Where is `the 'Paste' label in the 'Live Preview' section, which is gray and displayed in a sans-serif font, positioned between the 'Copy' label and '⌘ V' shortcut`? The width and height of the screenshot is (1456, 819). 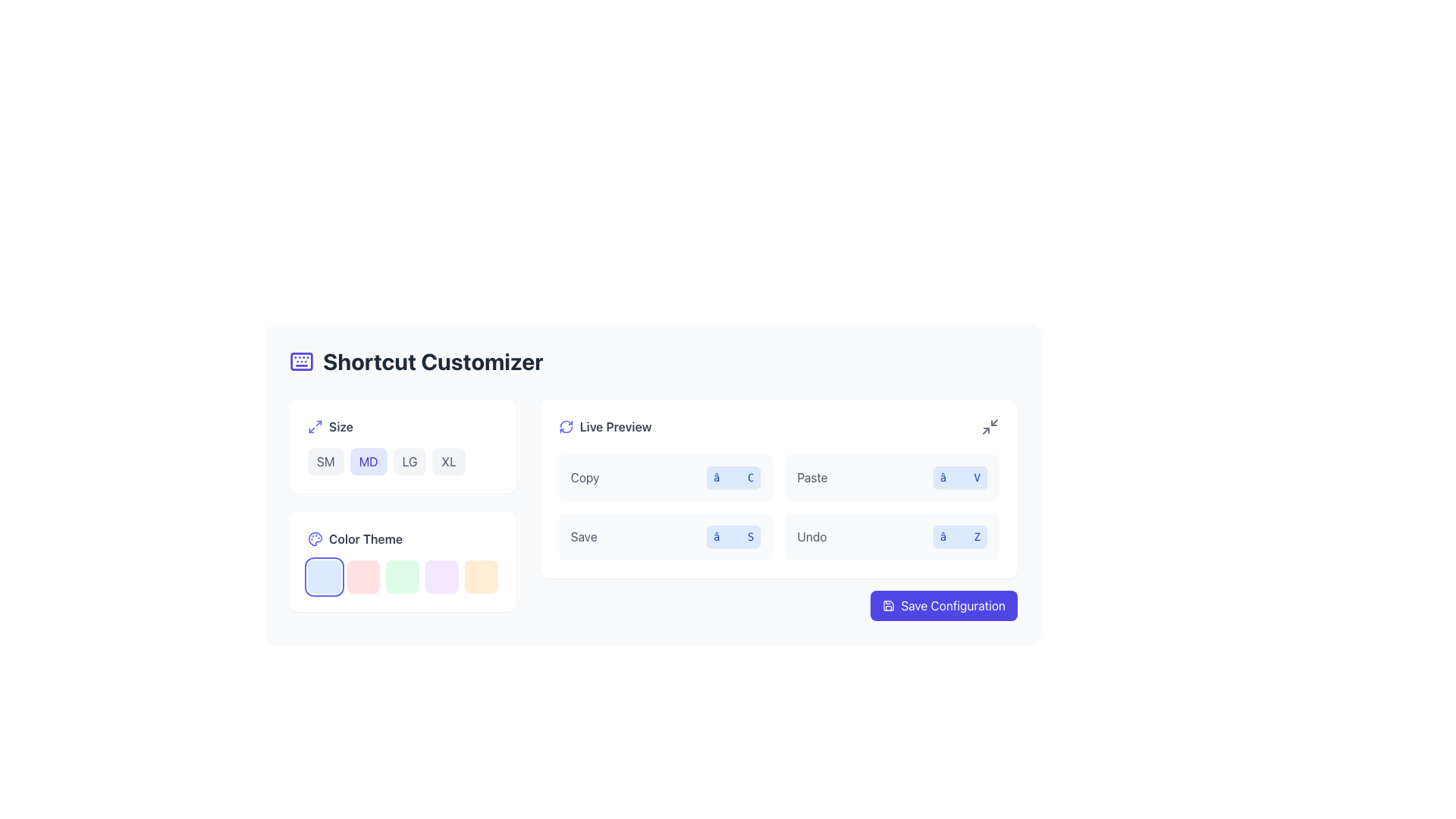
the 'Paste' label in the 'Live Preview' section, which is gray and displayed in a sans-serif font, positioned between the 'Copy' label and '⌘ V' shortcut is located at coordinates (811, 476).